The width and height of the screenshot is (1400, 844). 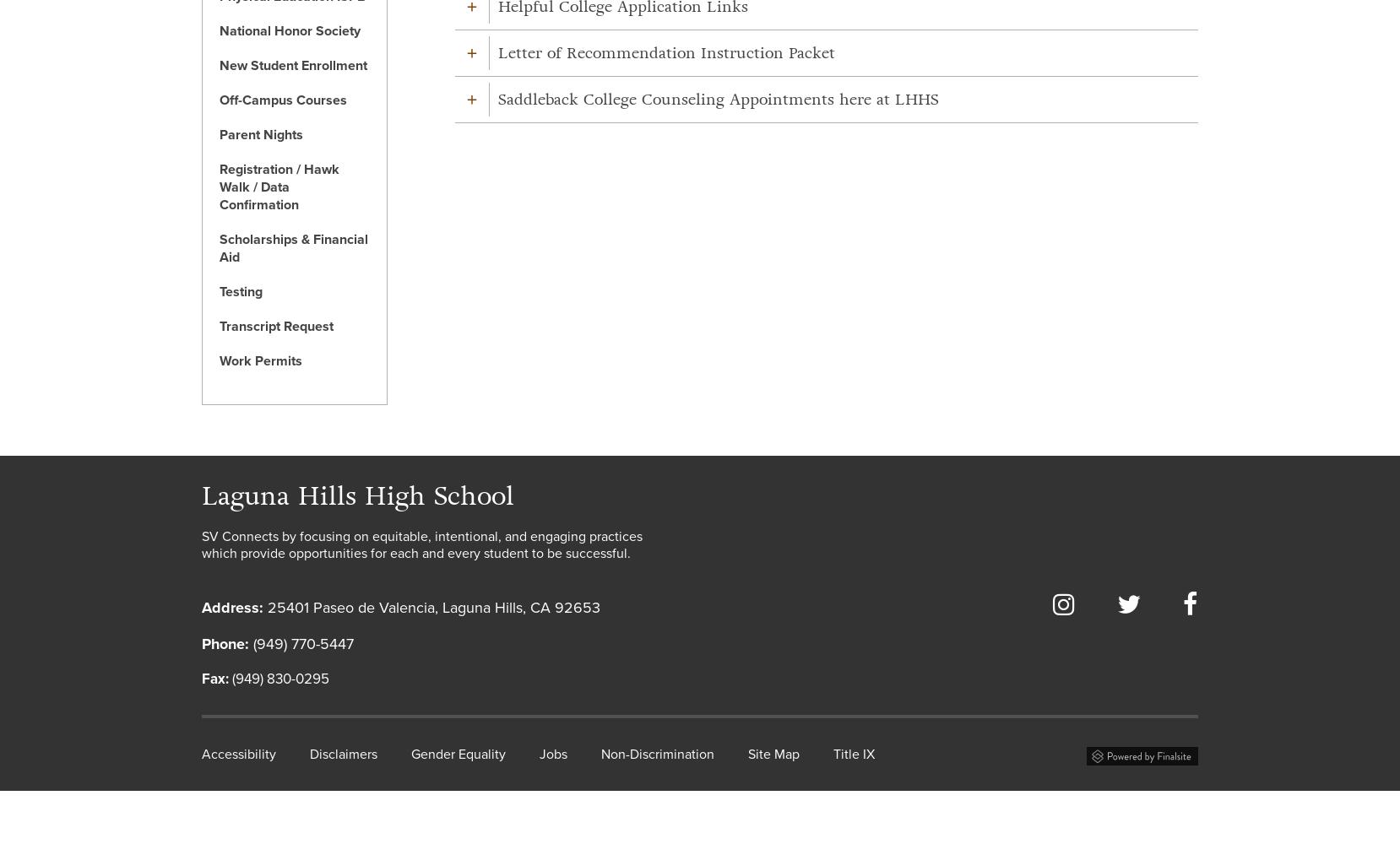 What do you see at coordinates (289, 30) in the screenshot?
I see `'National Honor Society'` at bounding box center [289, 30].